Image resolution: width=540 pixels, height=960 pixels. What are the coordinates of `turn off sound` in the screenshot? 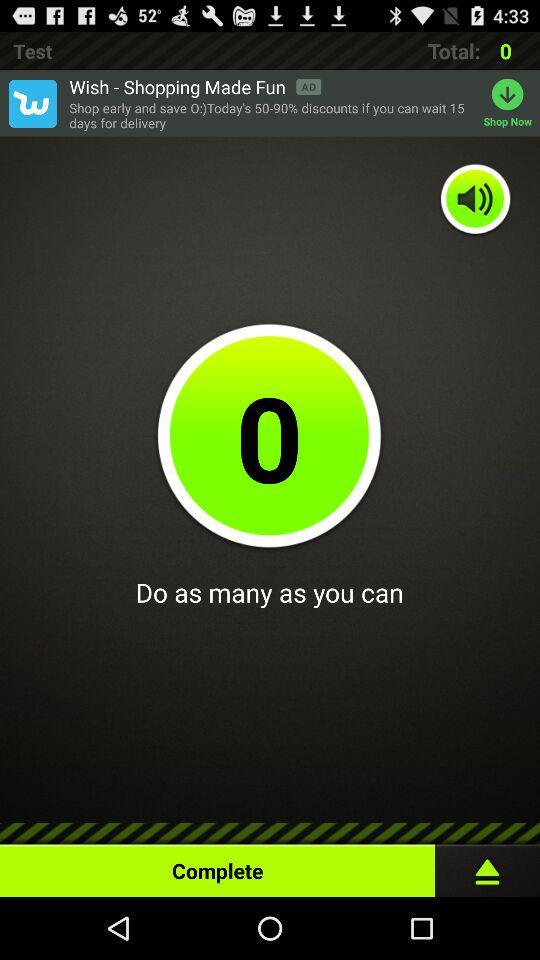 It's located at (475, 200).